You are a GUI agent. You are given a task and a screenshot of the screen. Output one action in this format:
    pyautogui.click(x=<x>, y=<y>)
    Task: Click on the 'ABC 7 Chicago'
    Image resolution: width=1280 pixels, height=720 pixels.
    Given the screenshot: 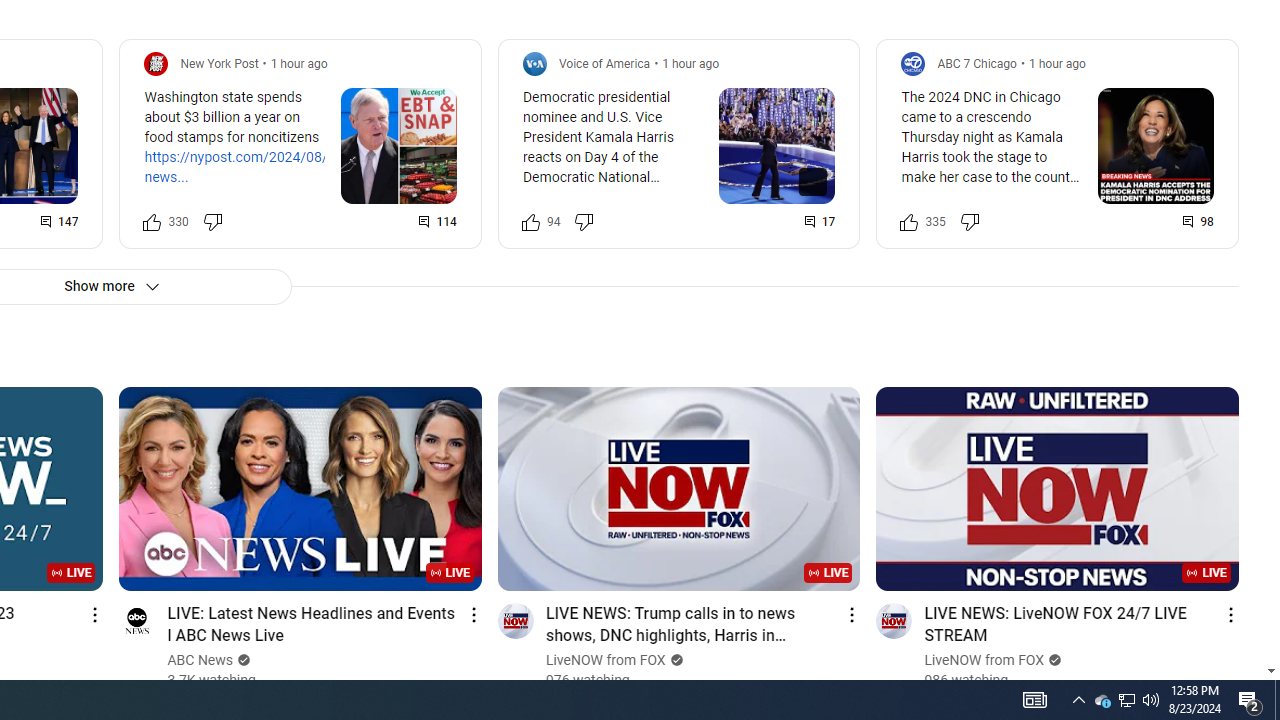 What is the action you would take?
    pyautogui.click(x=977, y=62)
    